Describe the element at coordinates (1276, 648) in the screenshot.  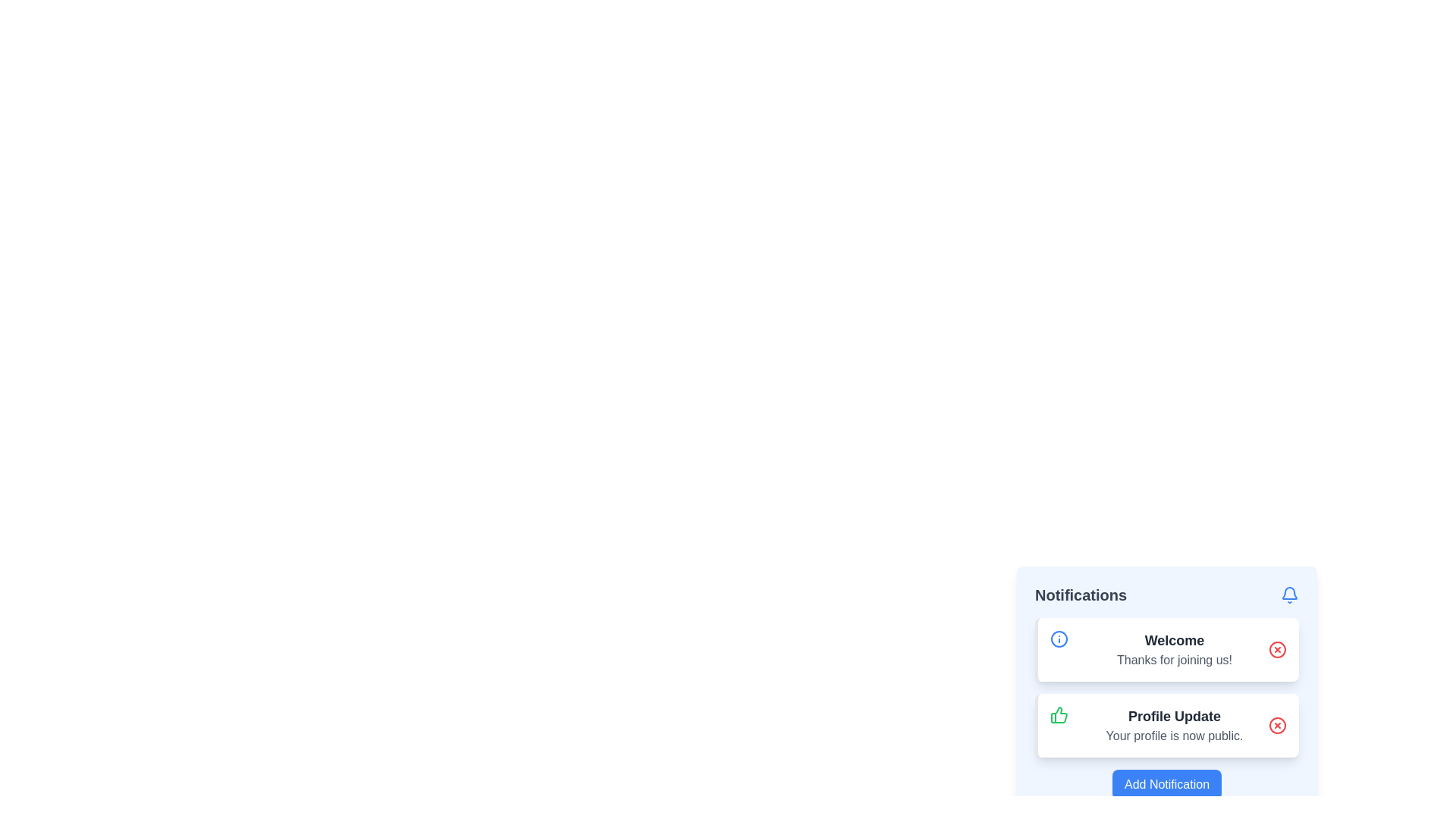
I see `the dismiss button located at the far-right of the notification card with the title 'Welcome'` at that location.